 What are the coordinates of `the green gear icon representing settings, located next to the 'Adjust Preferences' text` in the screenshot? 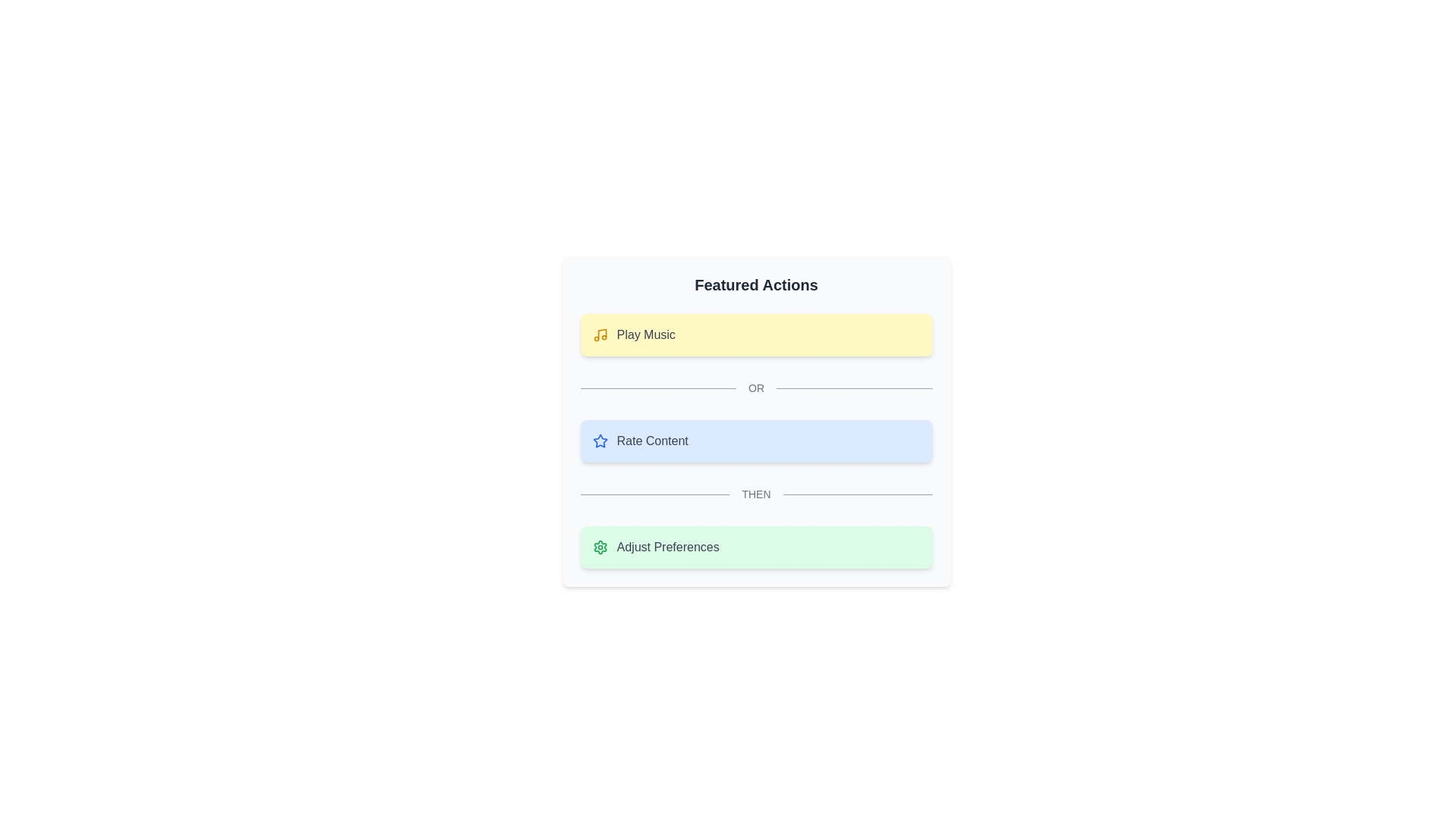 It's located at (599, 547).